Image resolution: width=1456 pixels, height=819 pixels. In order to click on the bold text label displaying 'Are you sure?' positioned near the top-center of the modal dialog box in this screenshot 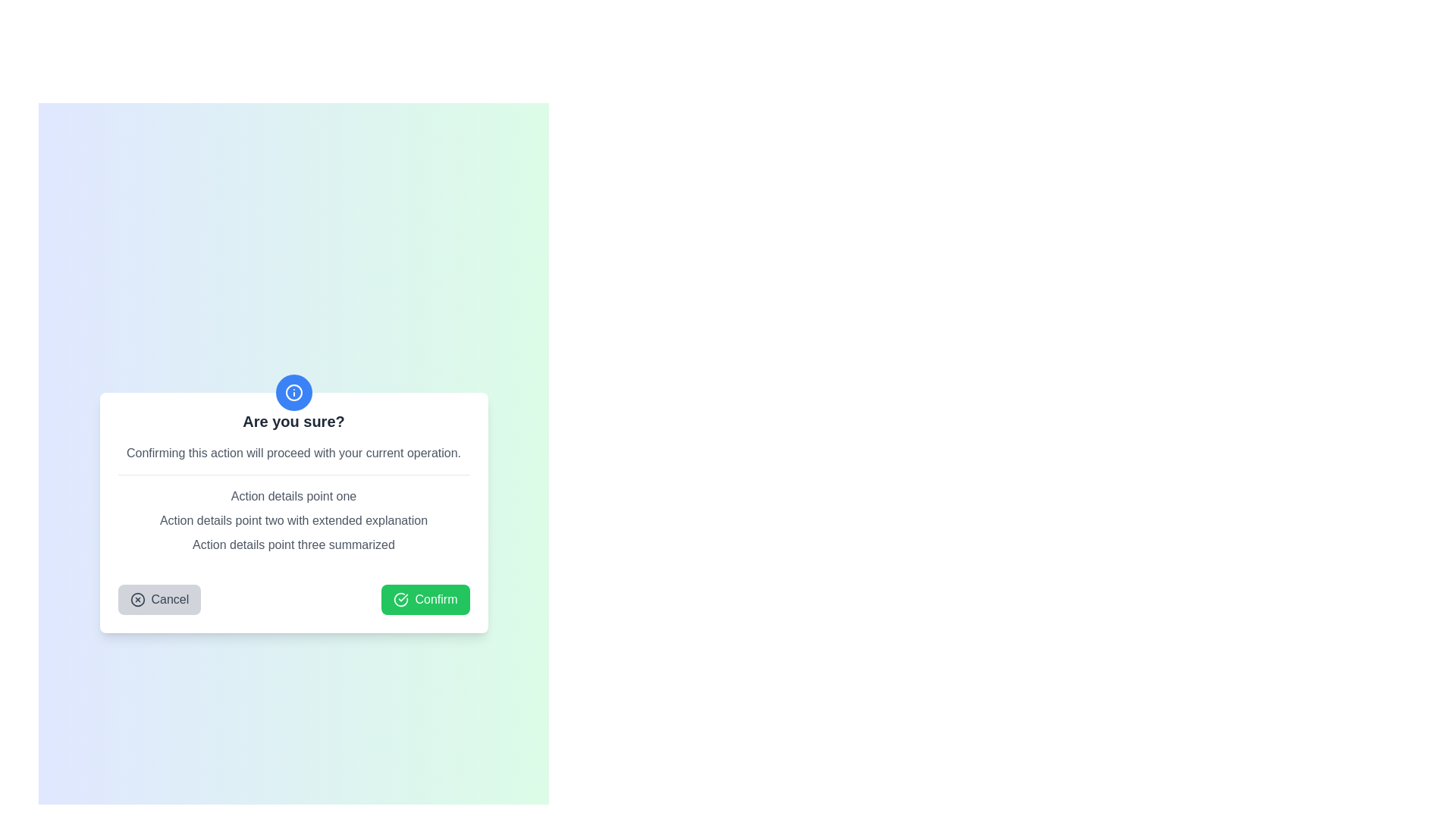, I will do `click(293, 421)`.